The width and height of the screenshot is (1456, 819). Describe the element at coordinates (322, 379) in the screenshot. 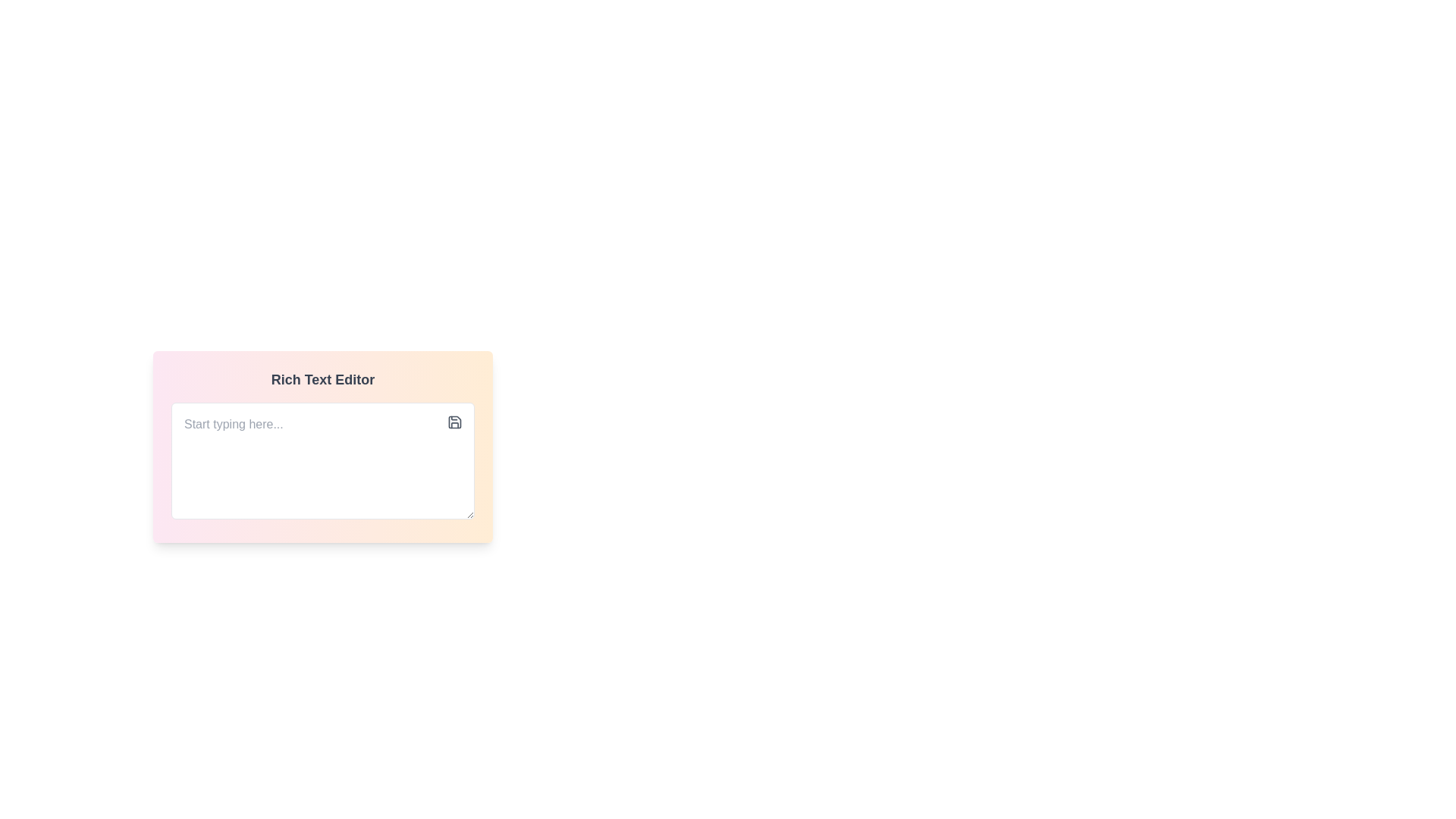

I see `the top-center label of the interface` at that location.